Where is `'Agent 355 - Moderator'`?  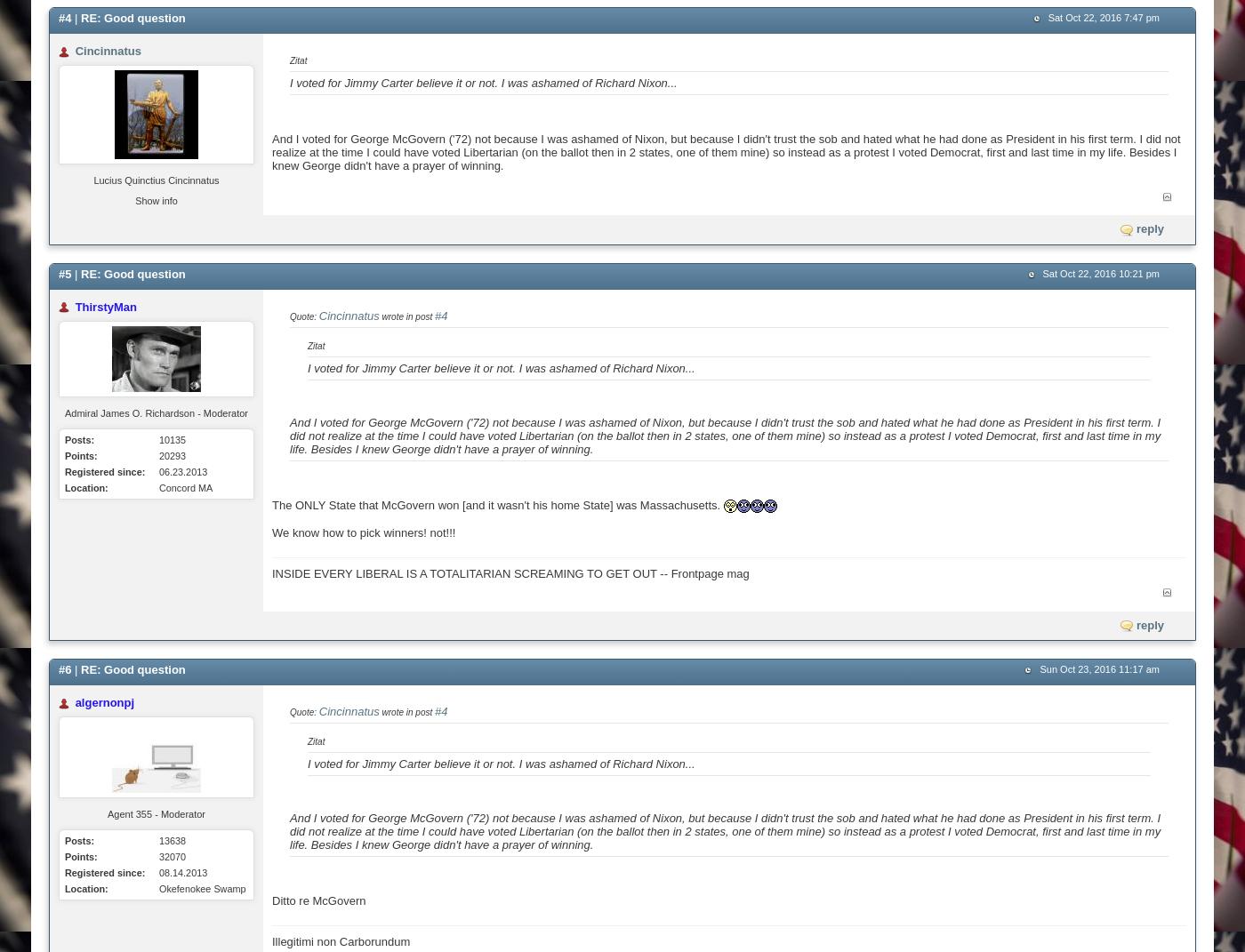
'Agent 355 - Moderator' is located at coordinates (156, 814).